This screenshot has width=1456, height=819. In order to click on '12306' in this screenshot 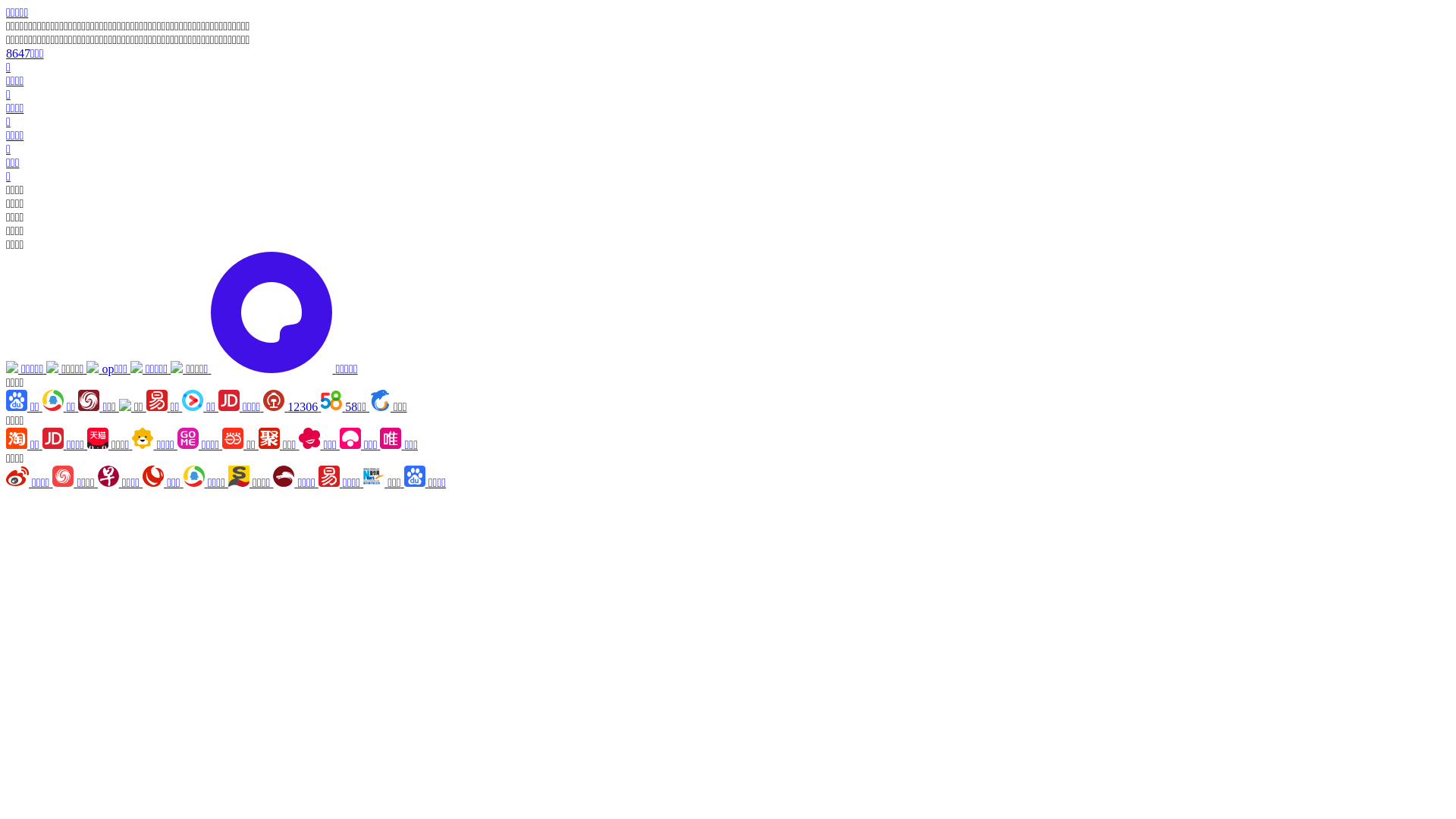, I will do `click(262, 406)`.